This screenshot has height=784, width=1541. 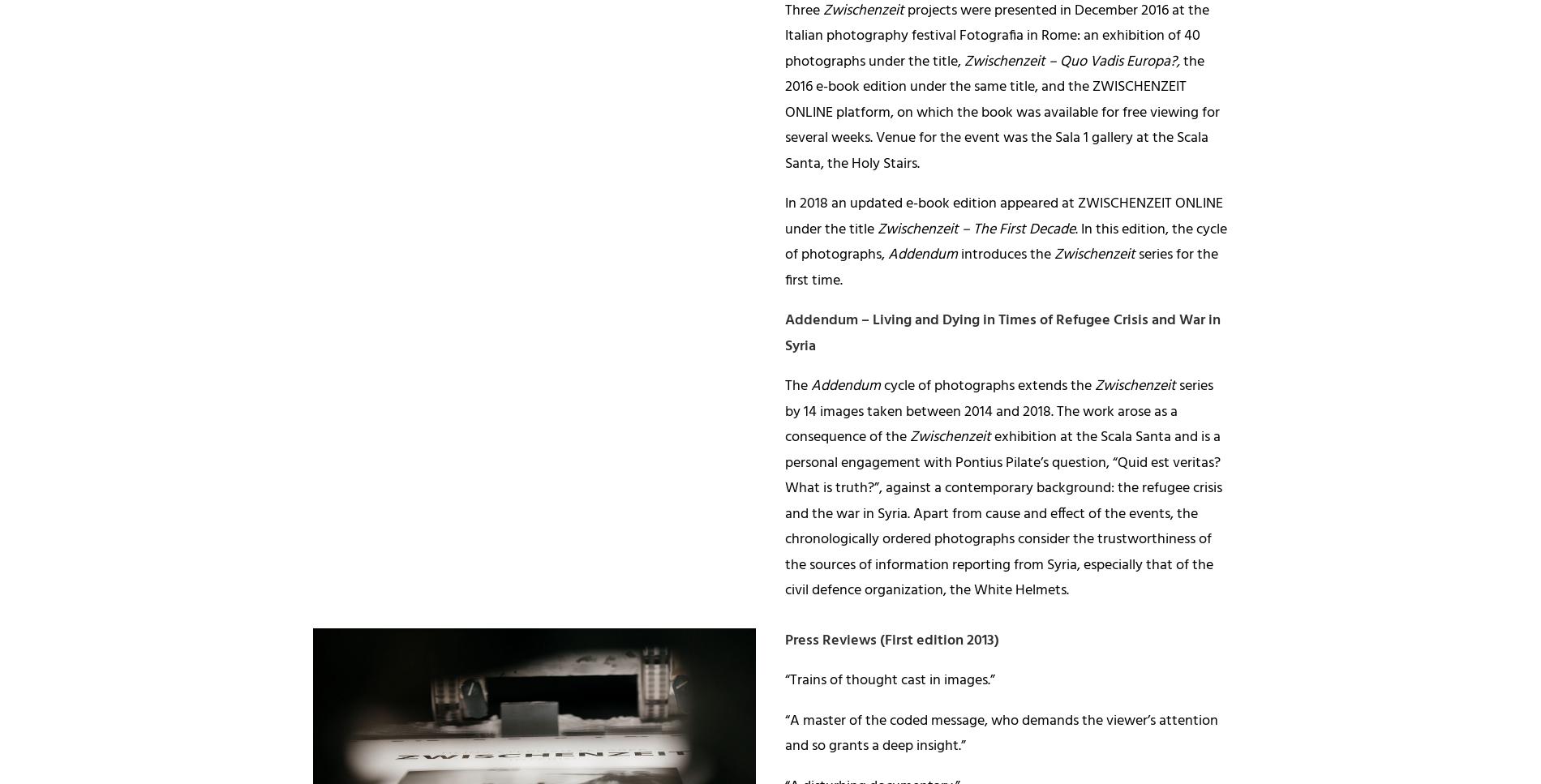 I want to click on 'series by 14 images taken between 2014 and 2018. The work arose as a consequence of the', so click(x=998, y=410).